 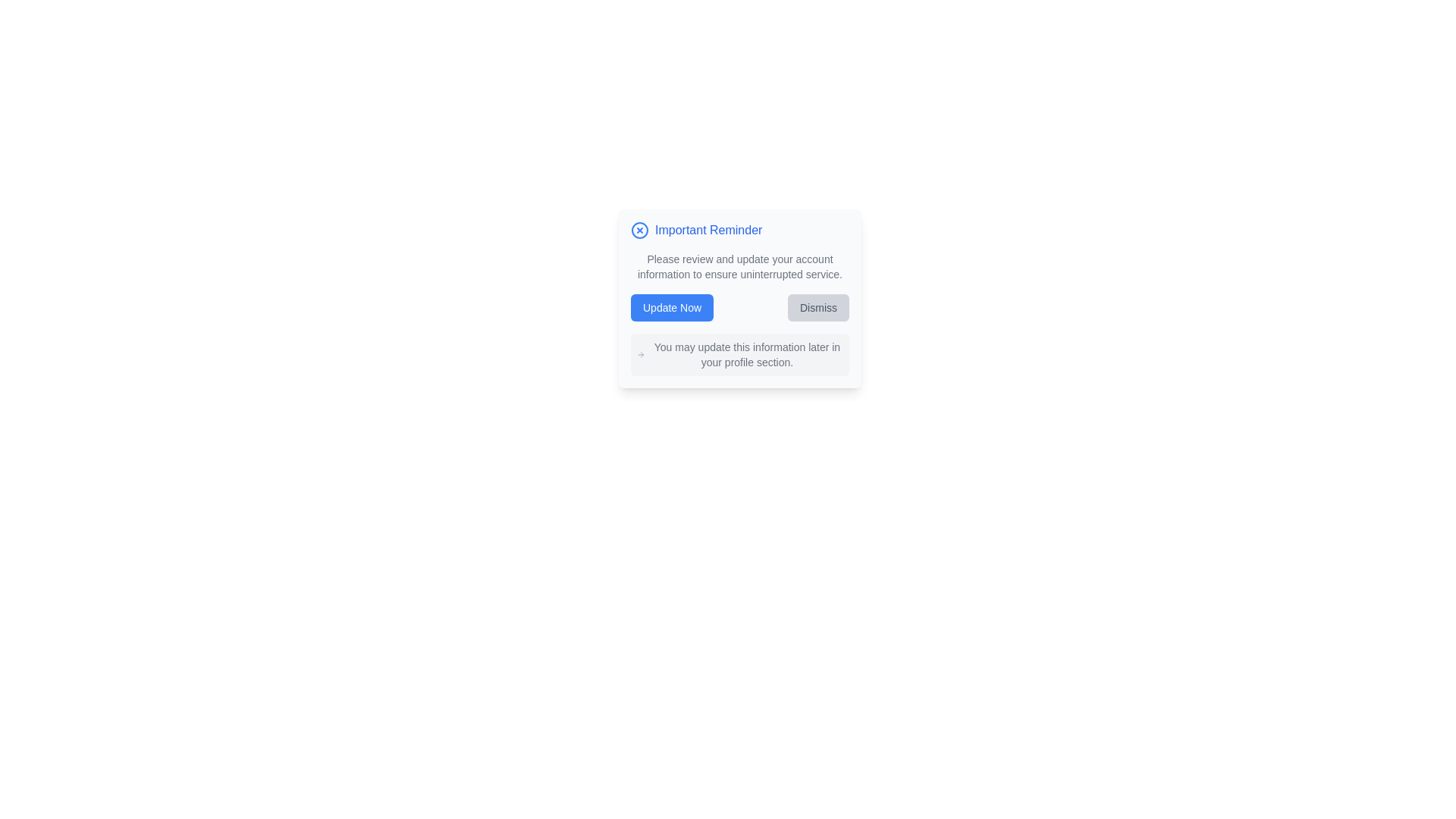 I want to click on the circular icon button with a blue outline and 'X' symbol, so click(x=640, y=231).